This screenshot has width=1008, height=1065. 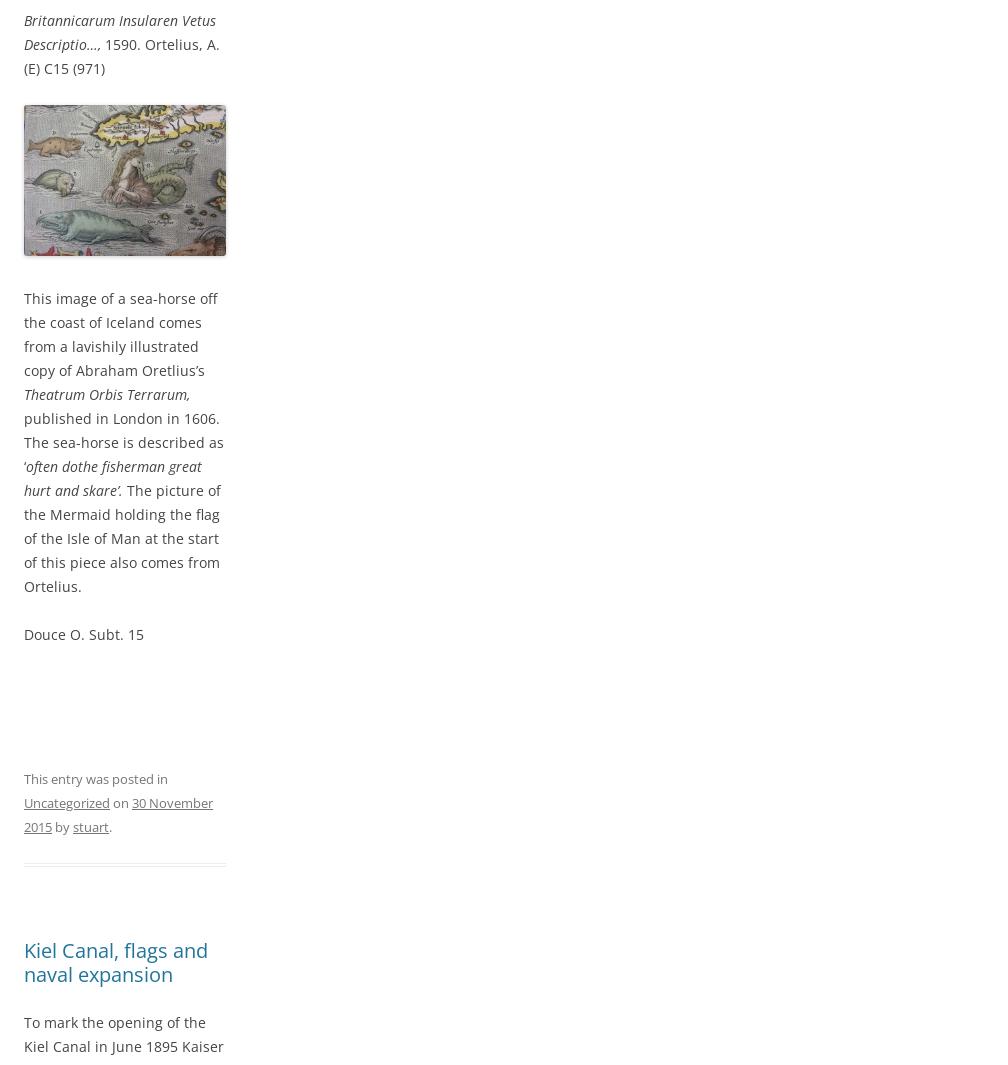 What do you see at coordinates (83, 634) in the screenshot?
I see `'Douce O. Subt. 15'` at bounding box center [83, 634].